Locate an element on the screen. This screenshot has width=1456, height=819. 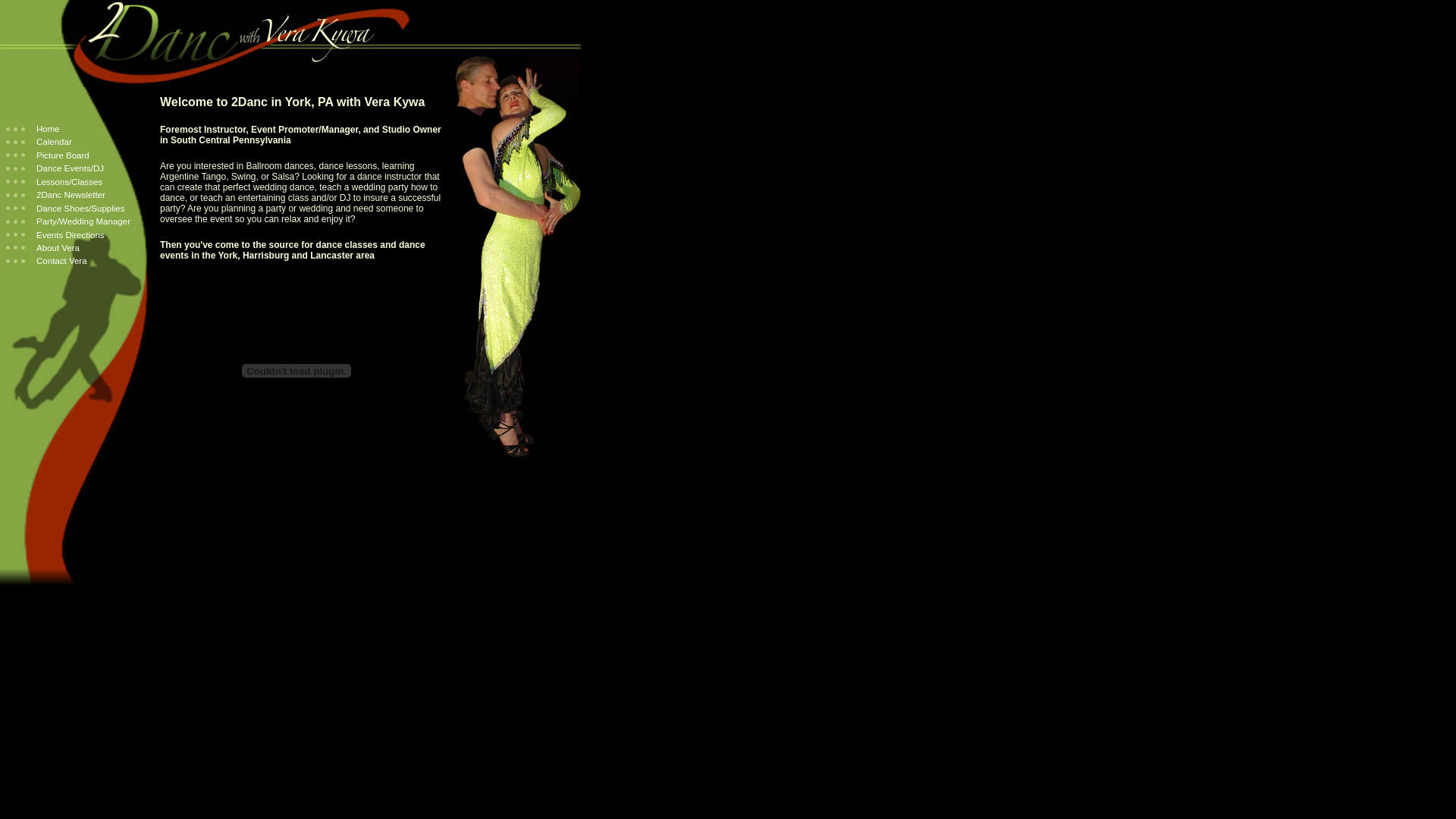
'Calendar' is located at coordinates (6, 141).